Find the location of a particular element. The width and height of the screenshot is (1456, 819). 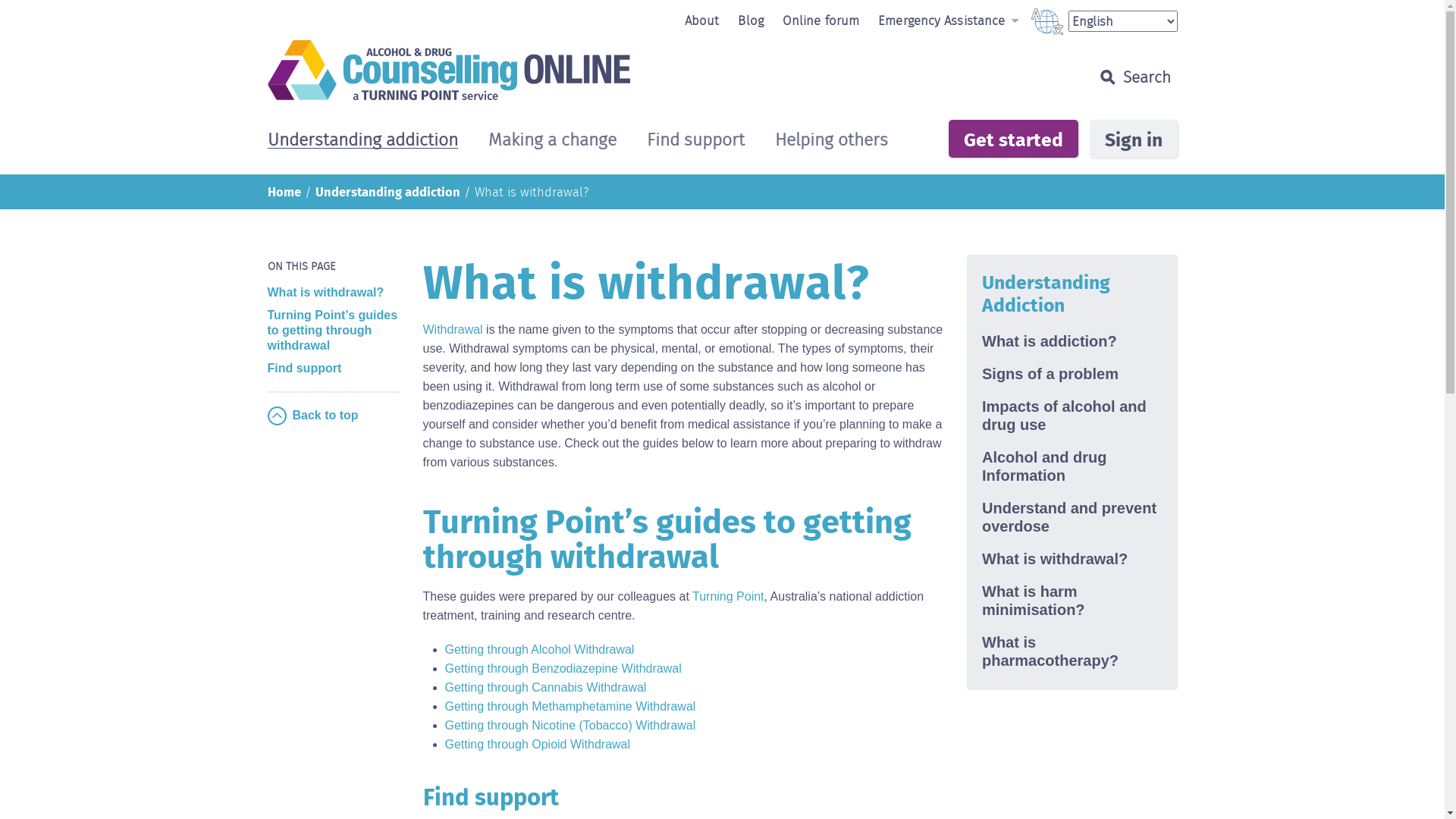

'Turning Point' is located at coordinates (728, 595).